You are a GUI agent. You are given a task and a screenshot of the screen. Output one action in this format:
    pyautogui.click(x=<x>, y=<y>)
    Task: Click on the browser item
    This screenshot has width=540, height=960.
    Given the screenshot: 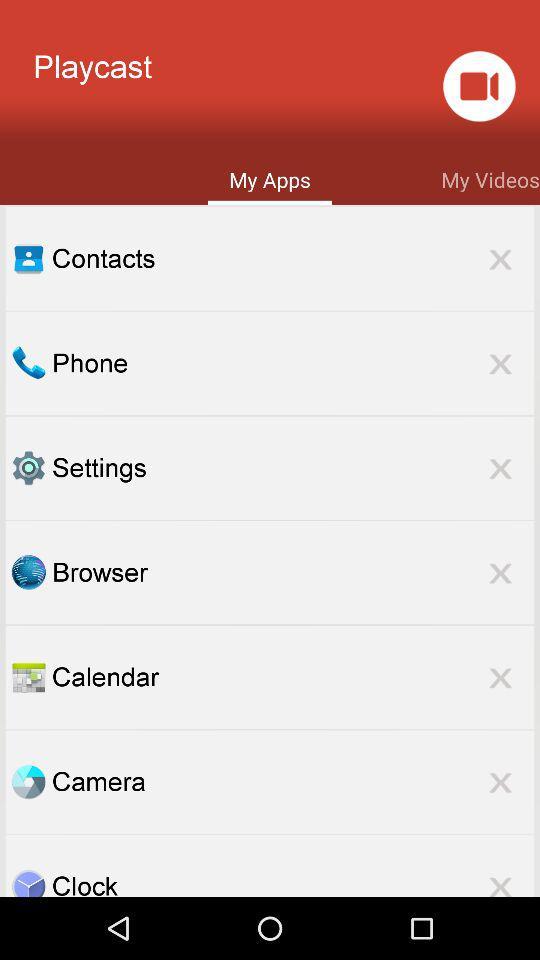 What is the action you would take?
    pyautogui.click(x=292, y=572)
    